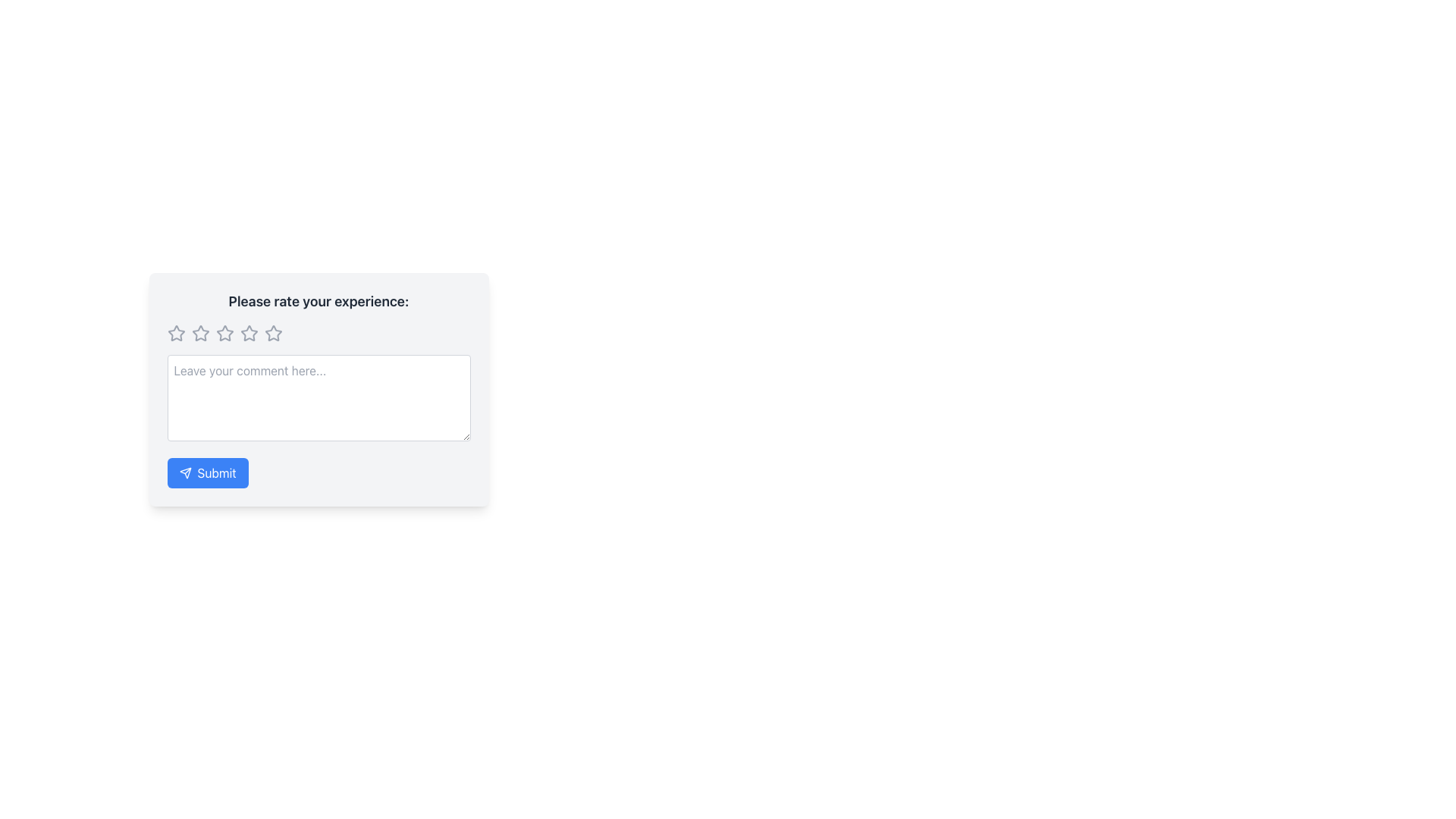 The image size is (1456, 819). I want to click on the first star icon in the rating component, so click(199, 332).